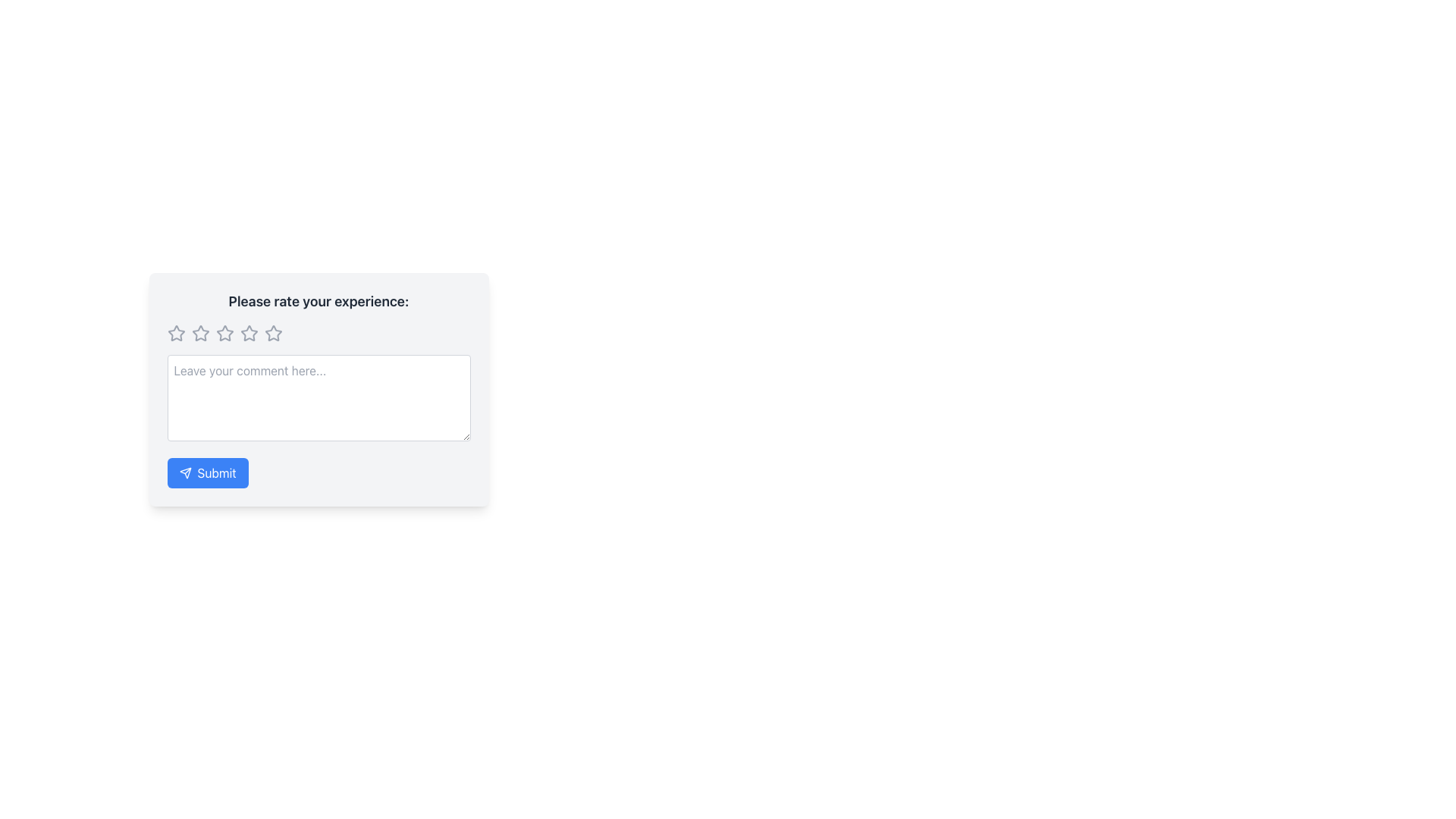 The image size is (1456, 819). I want to click on the first star icon in the rating component, so click(199, 332).